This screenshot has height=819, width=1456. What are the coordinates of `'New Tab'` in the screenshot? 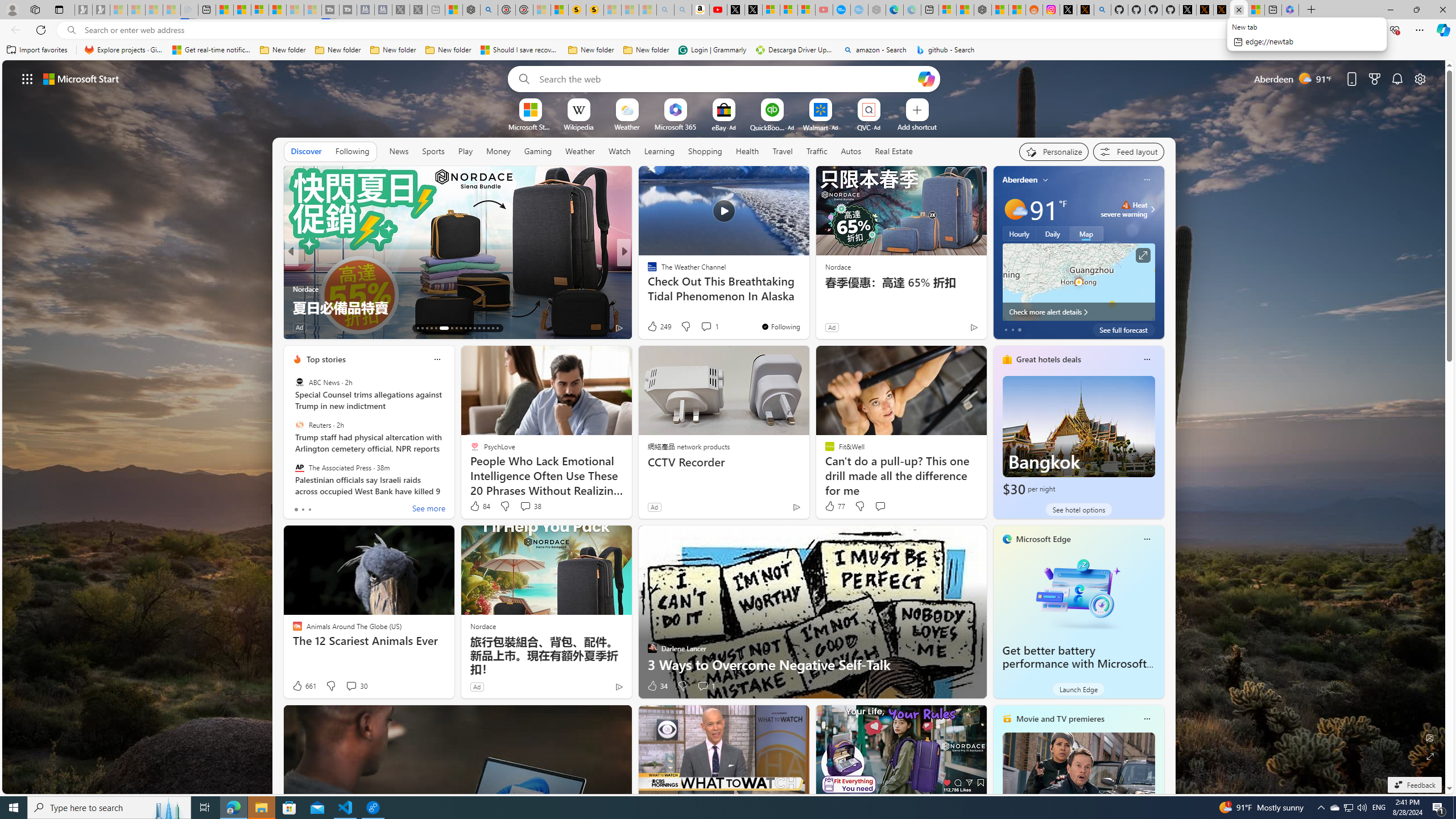 It's located at (1310, 9).